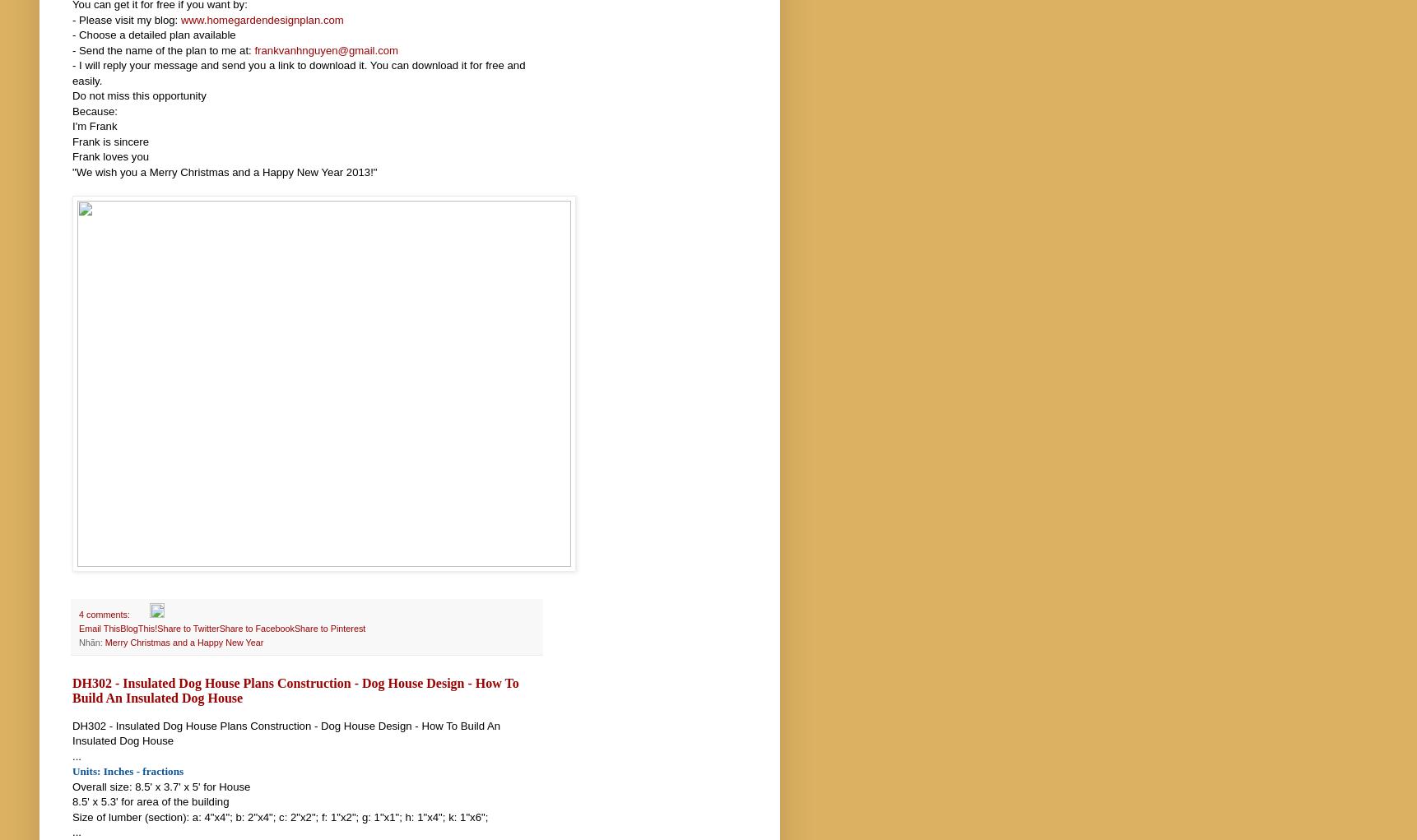  I want to click on 'I'm Frank', so click(94, 126).